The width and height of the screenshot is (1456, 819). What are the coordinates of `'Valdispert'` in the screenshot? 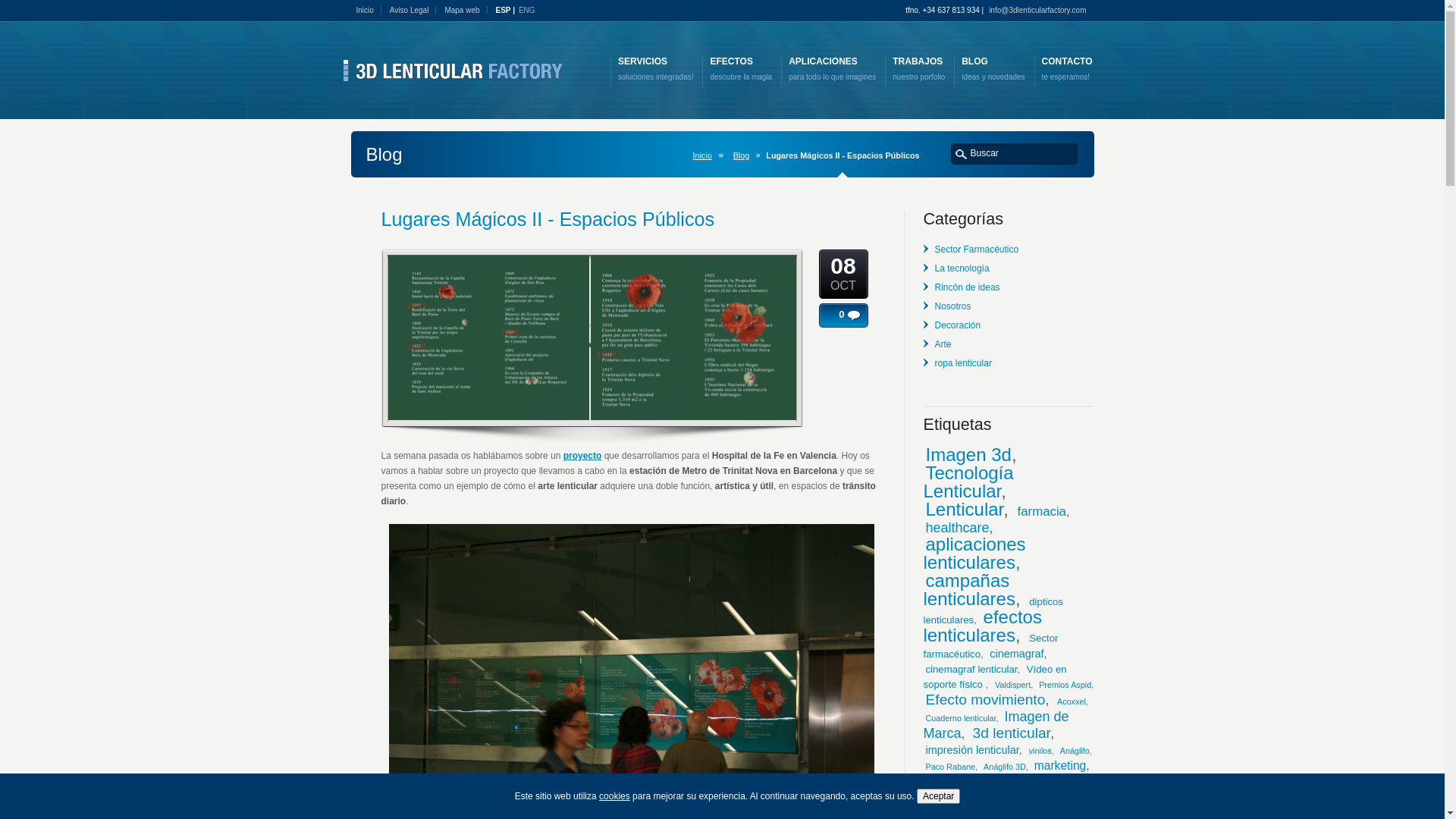 It's located at (994, 684).